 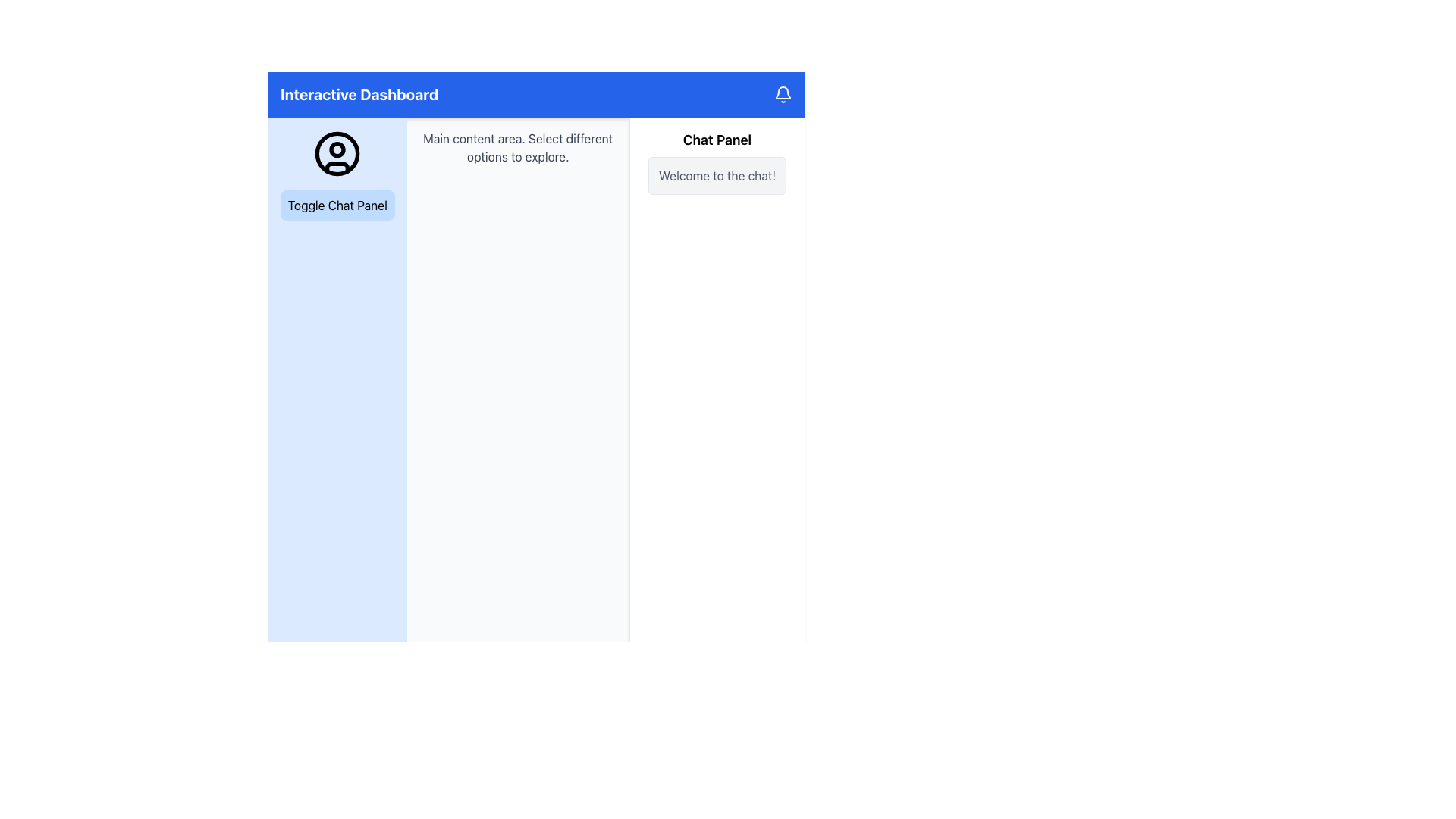 What do you see at coordinates (337, 154) in the screenshot?
I see `the user profile icon located in the blue sidebar, which is the topmost element above the 'Toggle Chat Panel' button` at bounding box center [337, 154].